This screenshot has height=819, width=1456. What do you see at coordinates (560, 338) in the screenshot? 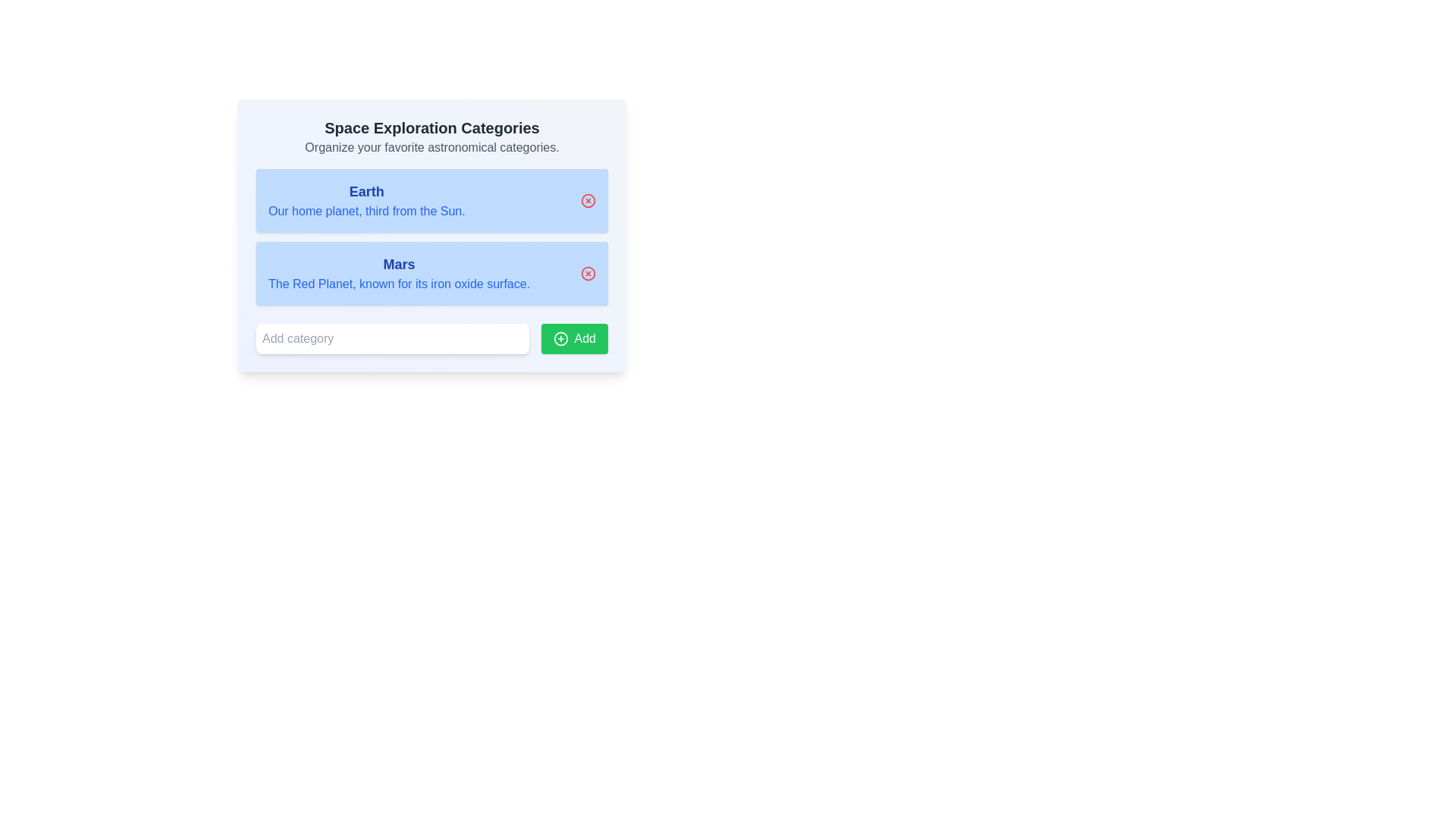
I see `the icon inside the green rectangular button` at bounding box center [560, 338].